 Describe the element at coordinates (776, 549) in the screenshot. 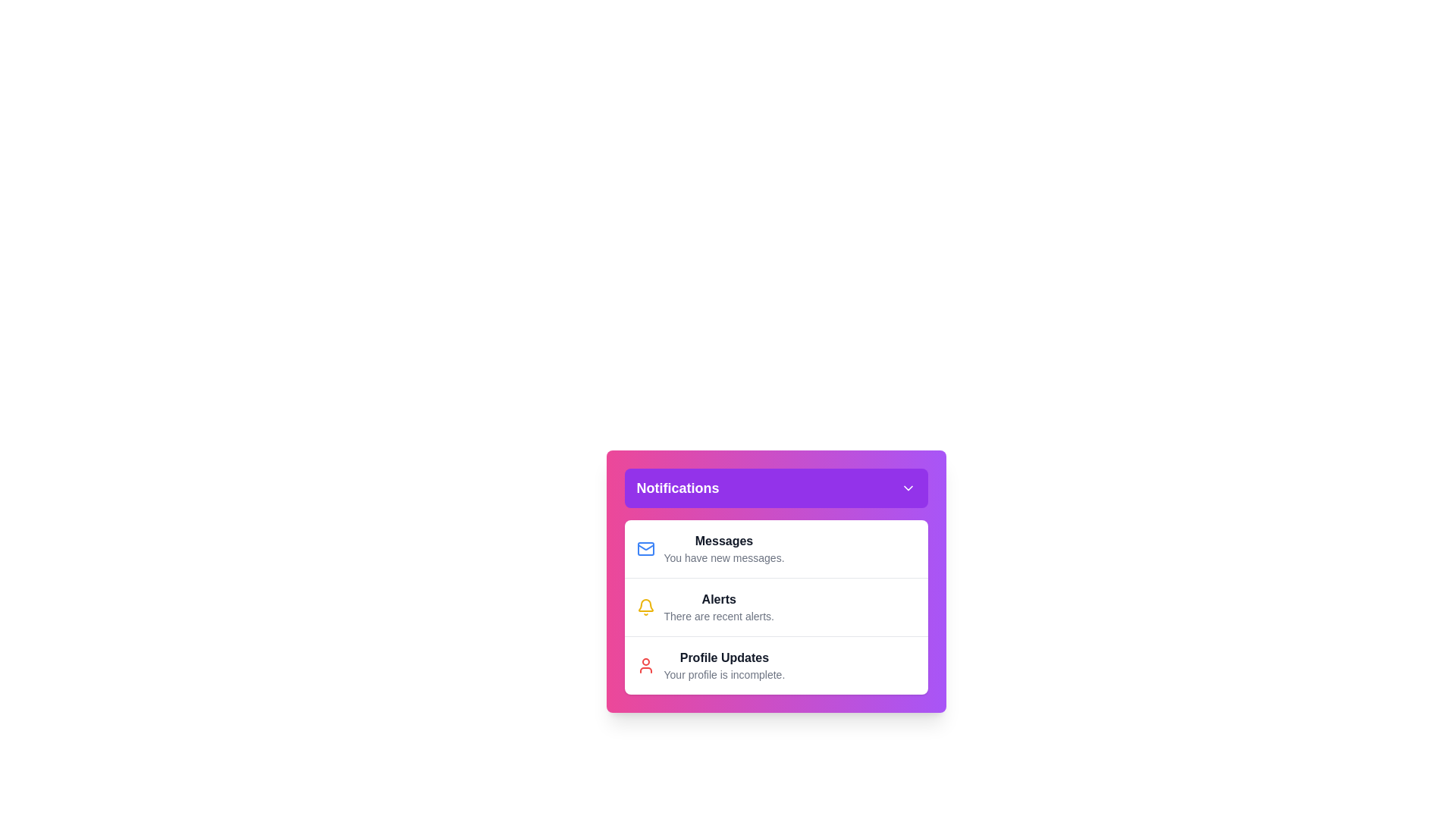

I see `the button-like list item labeled 'Messages' with a blue envelope icon` at that location.